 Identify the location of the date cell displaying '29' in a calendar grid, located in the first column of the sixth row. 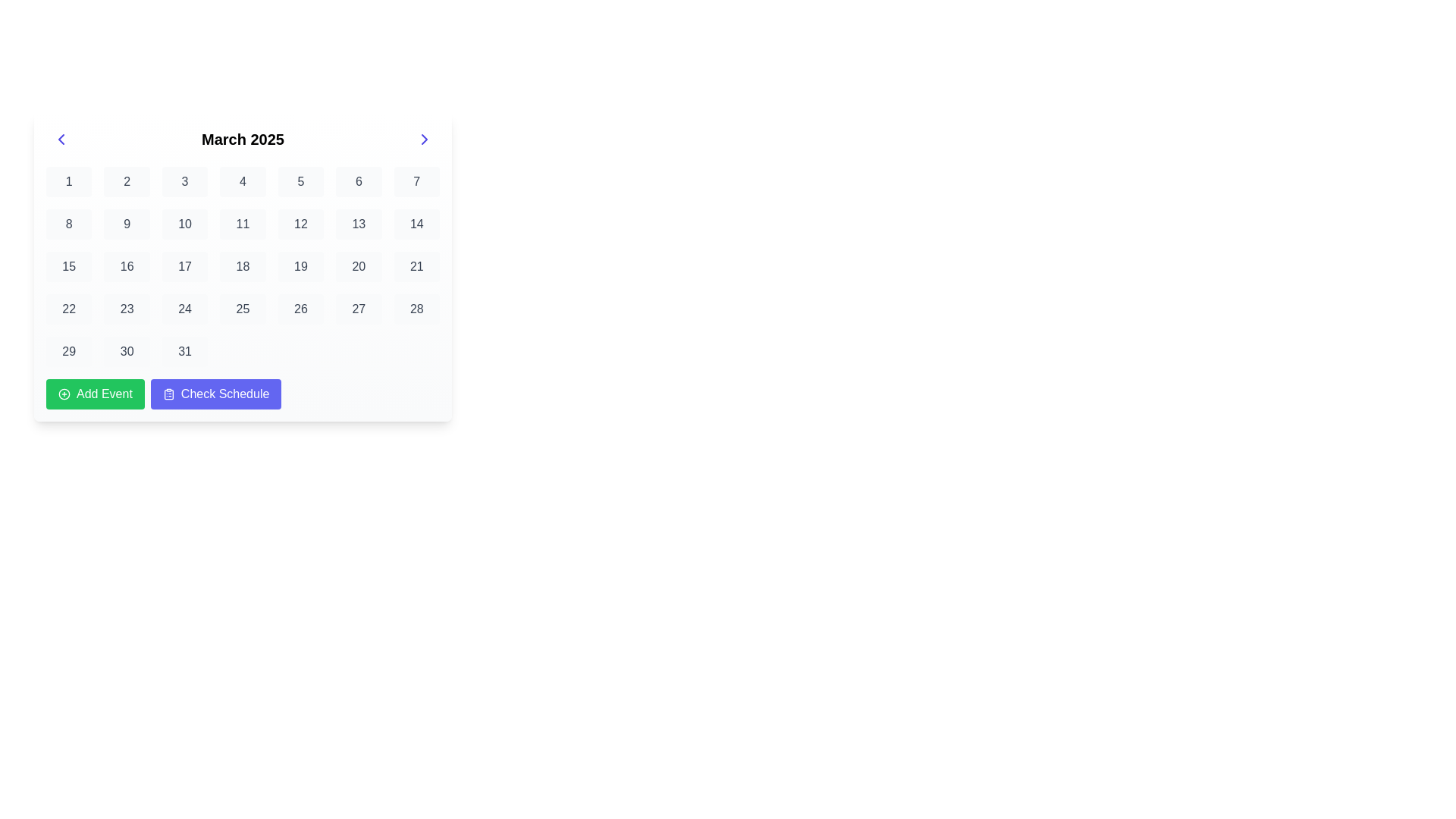
(68, 351).